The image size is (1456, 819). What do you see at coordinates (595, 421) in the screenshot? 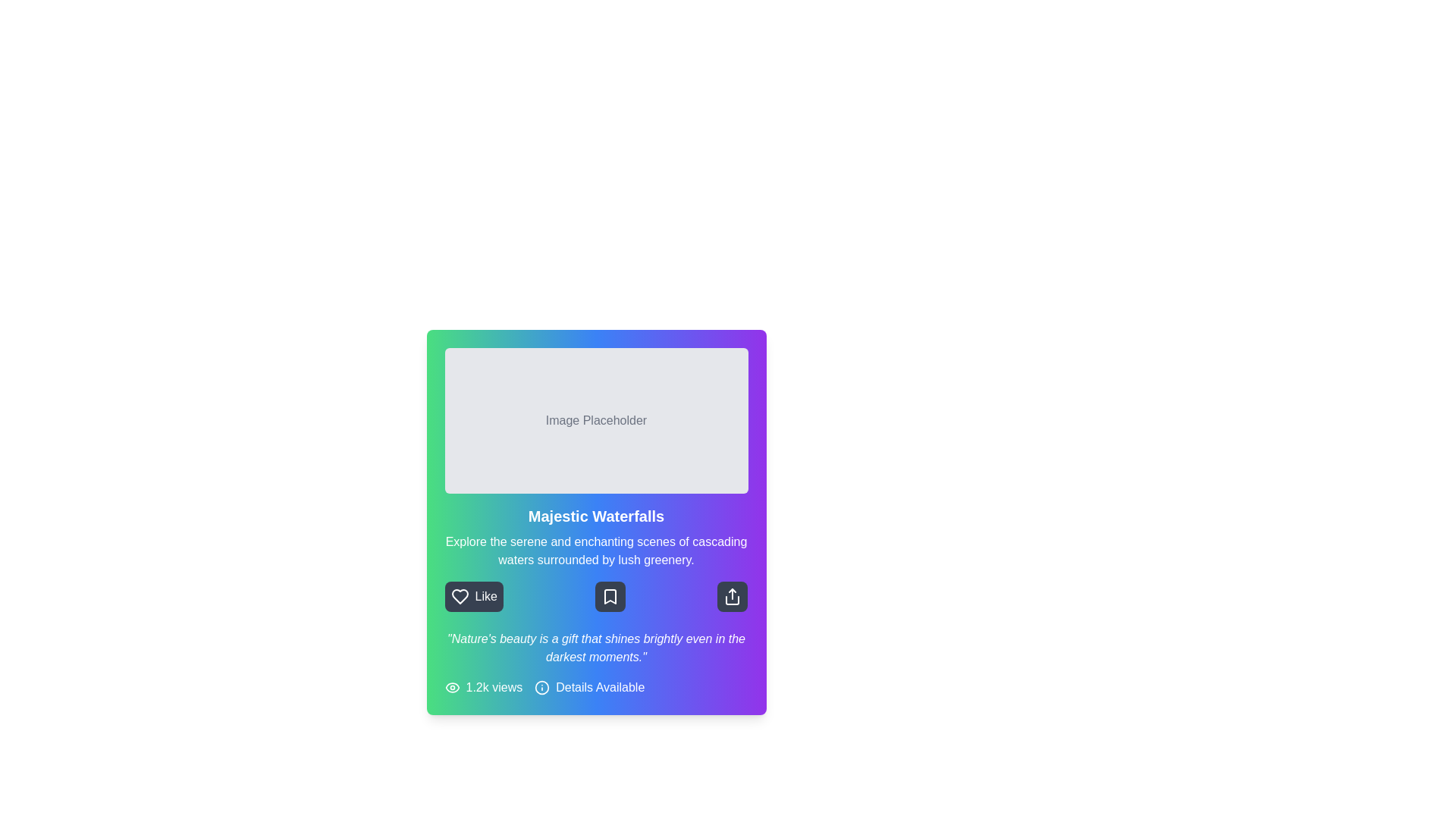
I see `the Text Label indicating the placeholder for an image, located at the center of a light gray rectangle within a card interface` at bounding box center [595, 421].